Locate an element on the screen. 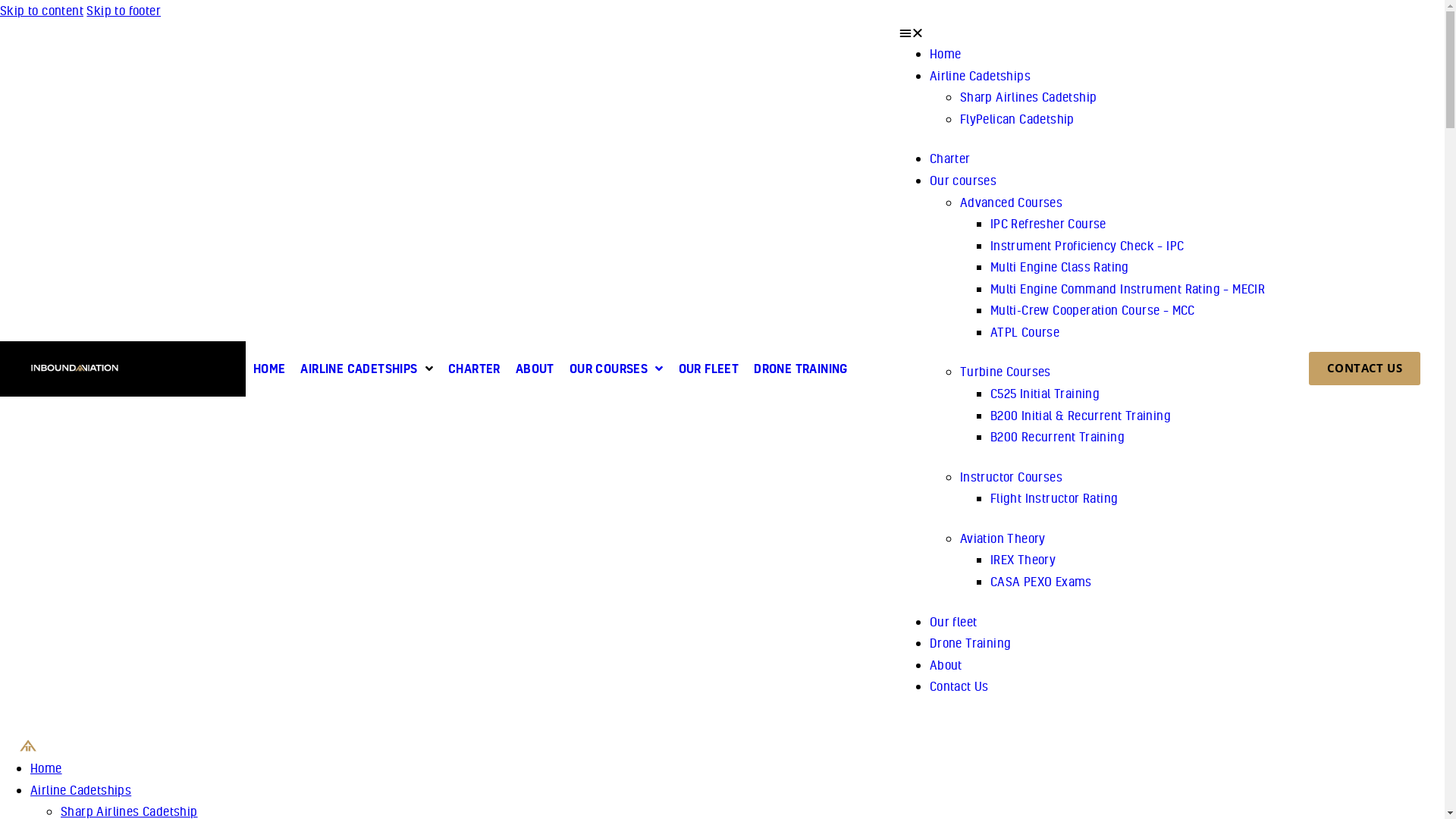  'Skip to content' is located at coordinates (41, 10).